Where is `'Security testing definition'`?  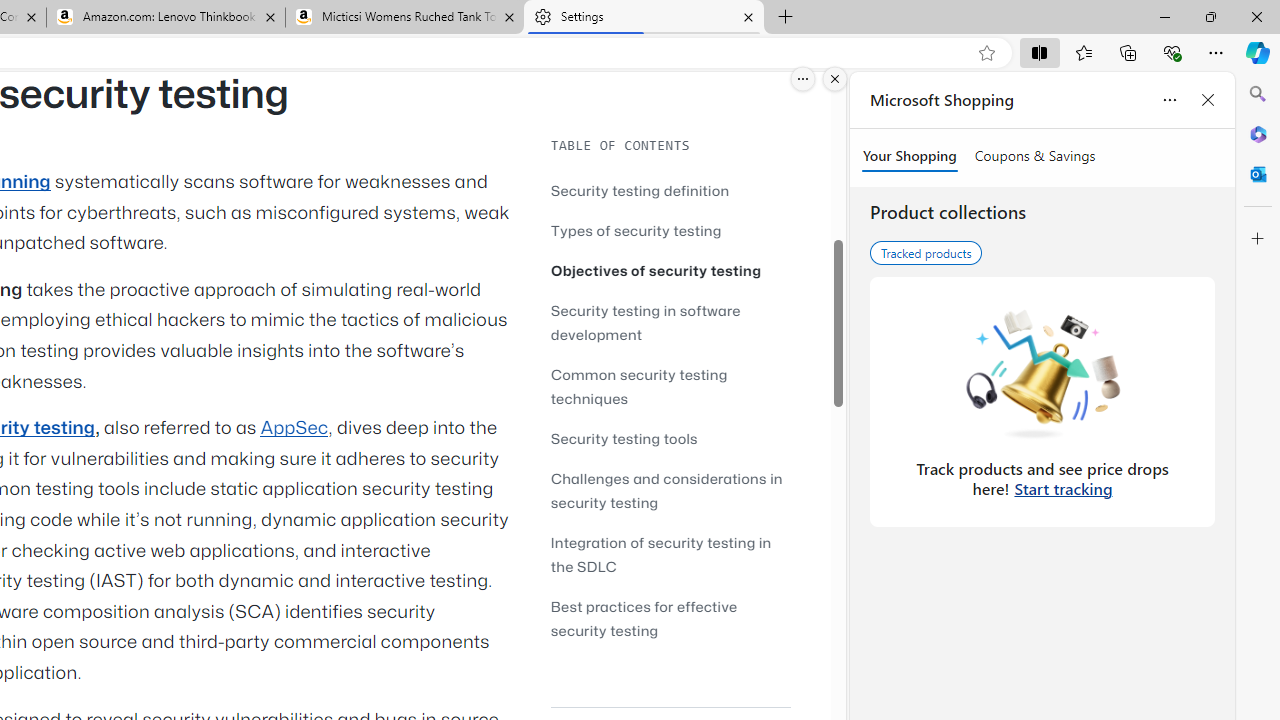
'Security testing definition' is located at coordinates (670, 190).